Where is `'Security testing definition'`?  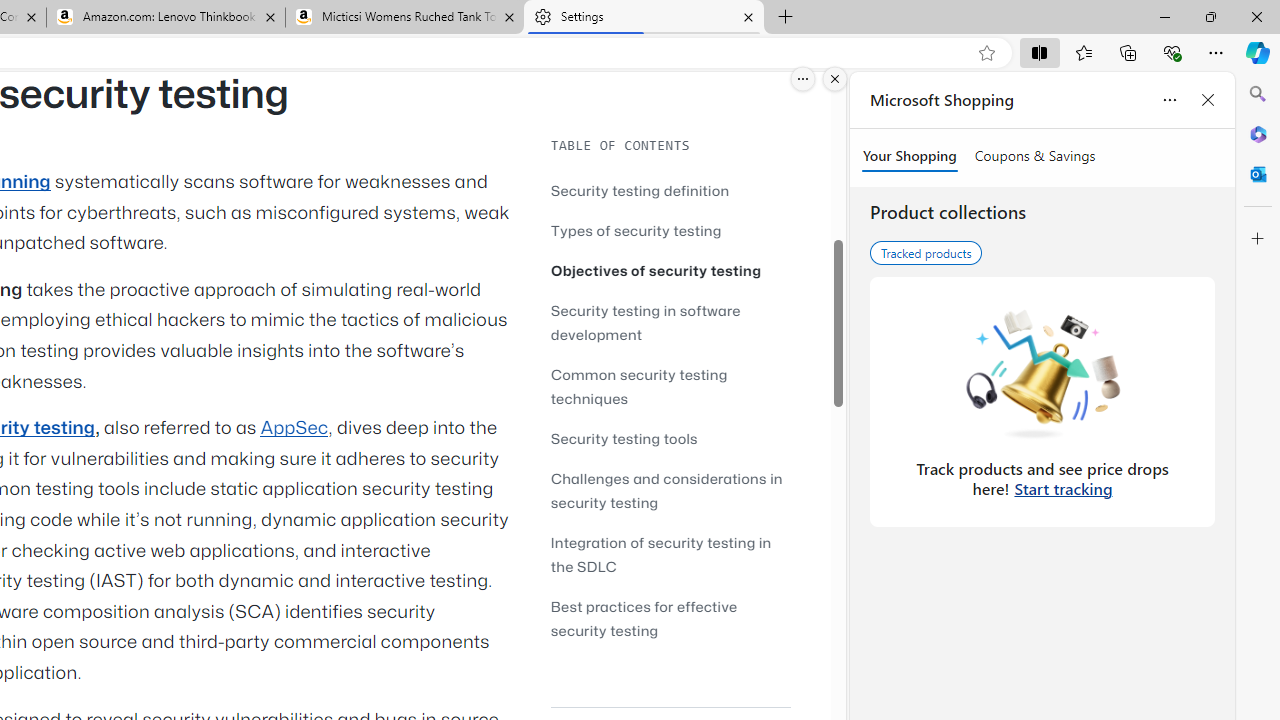
'Security testing definition' is located at coordinates (670, 190).